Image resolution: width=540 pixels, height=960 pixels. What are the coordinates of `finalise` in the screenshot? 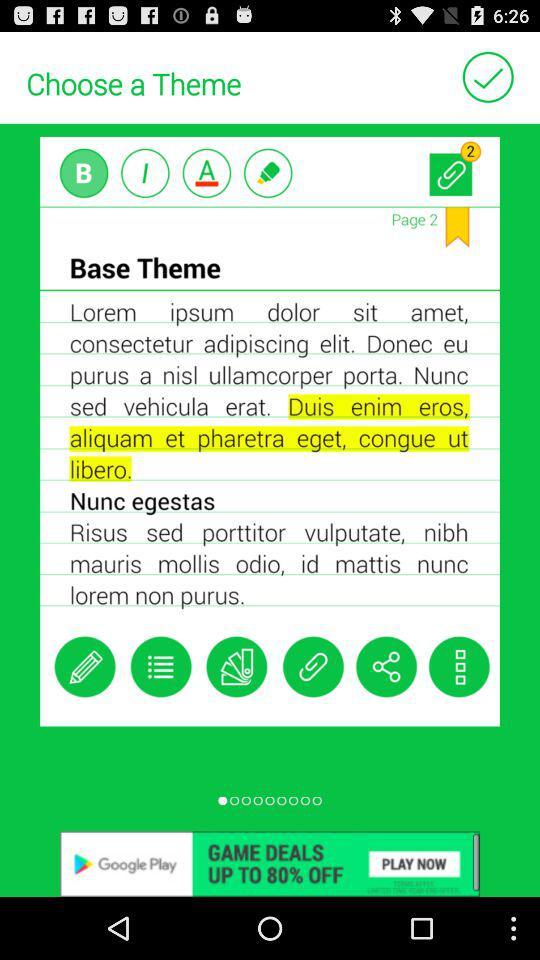 It's located at (487, 76).